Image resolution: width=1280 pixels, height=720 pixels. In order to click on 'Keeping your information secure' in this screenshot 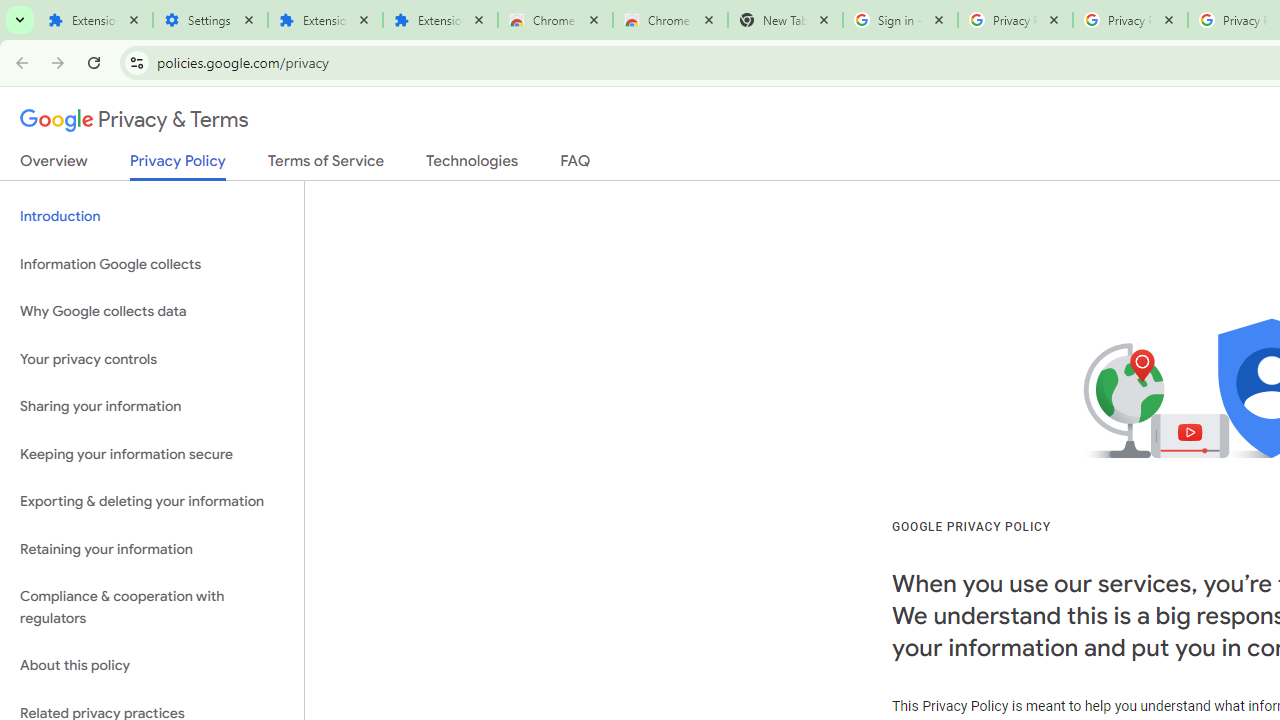, I will do `click(151, 454)`.